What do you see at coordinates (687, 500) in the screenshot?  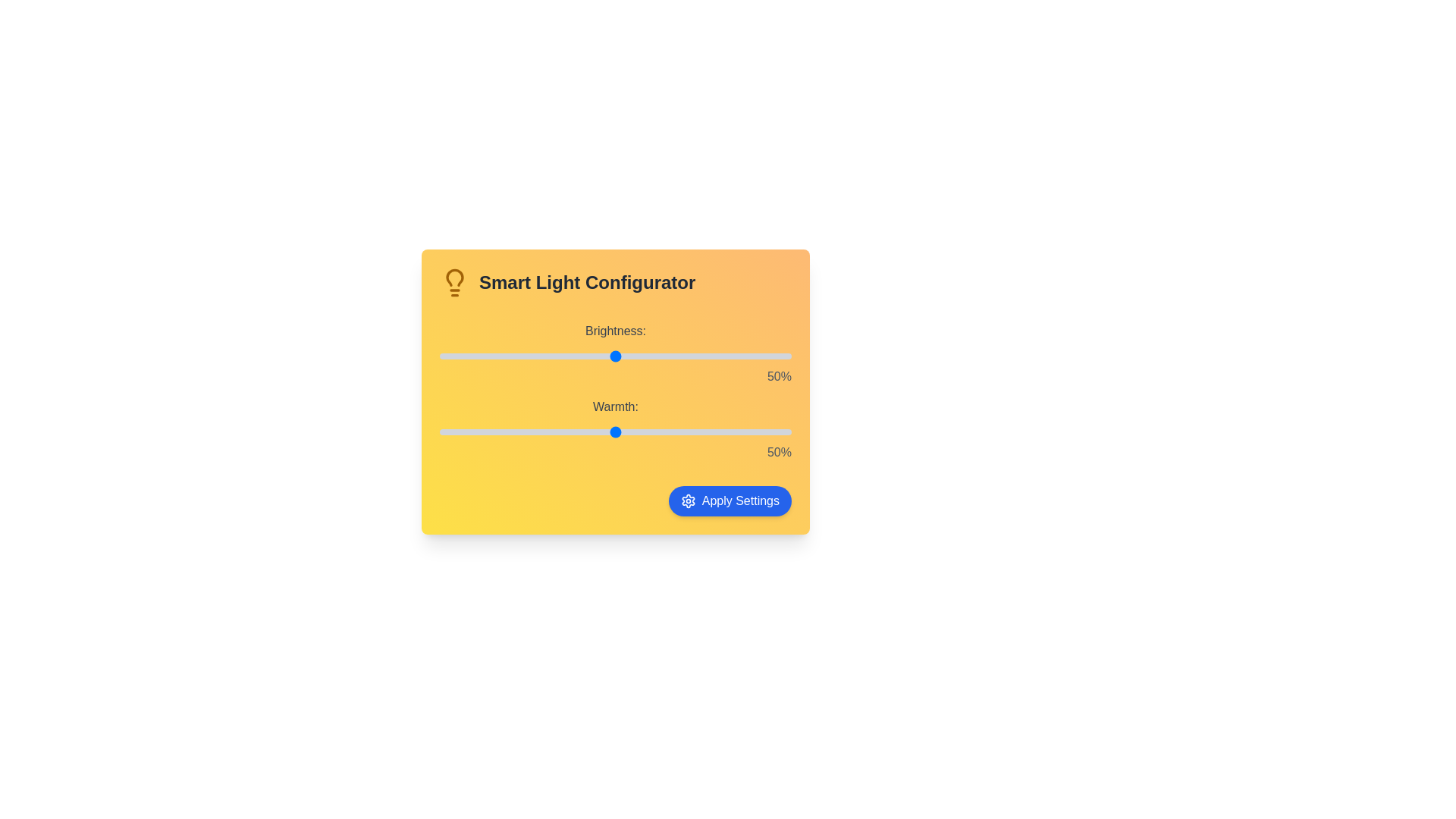 I see `the settings adjustment icon located to the left of the 'Apply Settings' button, which is centered vertically within the button's height` at bounding box center [687, 500].